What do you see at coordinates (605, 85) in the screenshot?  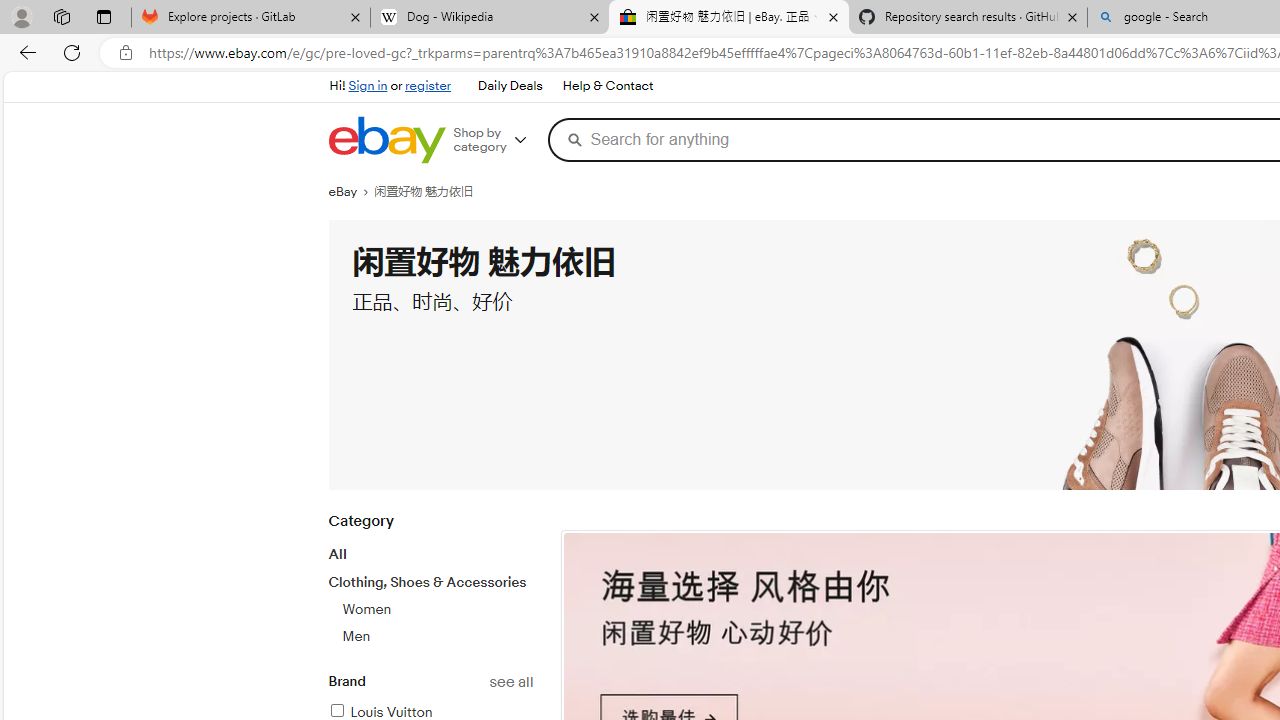 I see `'Help & Contact'` at bounding box center [605, 85].